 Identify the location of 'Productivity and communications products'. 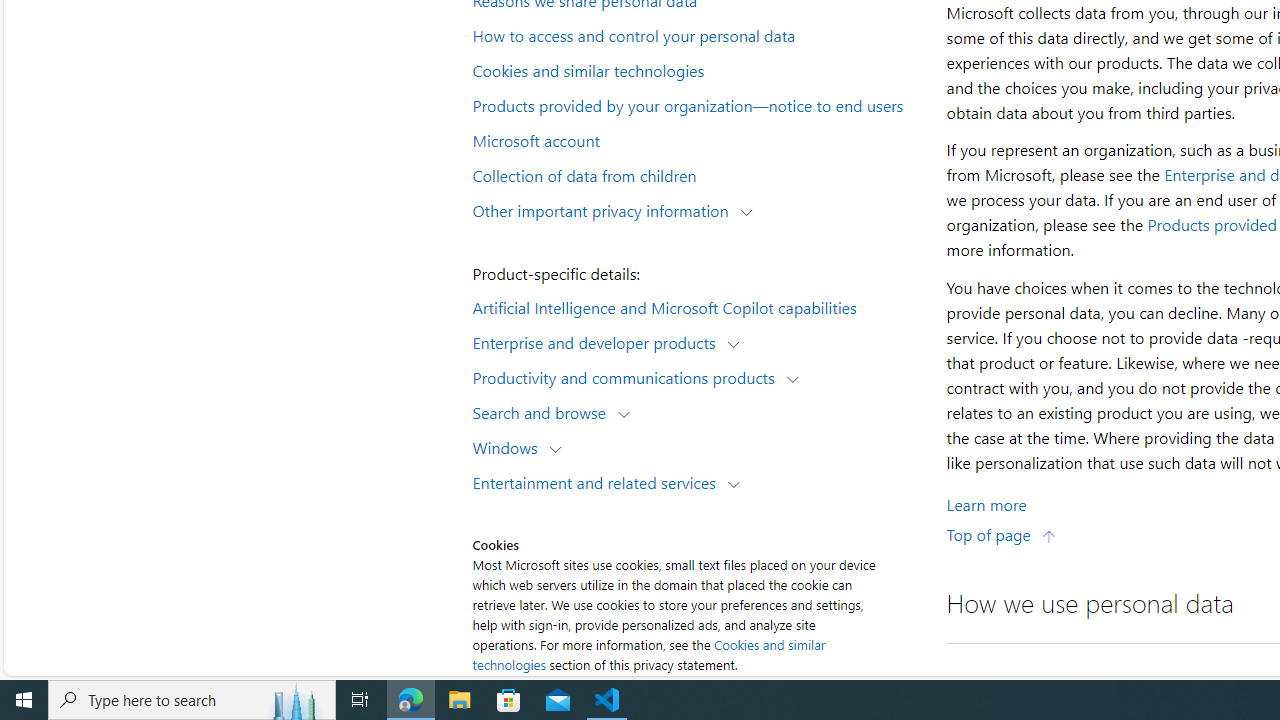
(627, 376).